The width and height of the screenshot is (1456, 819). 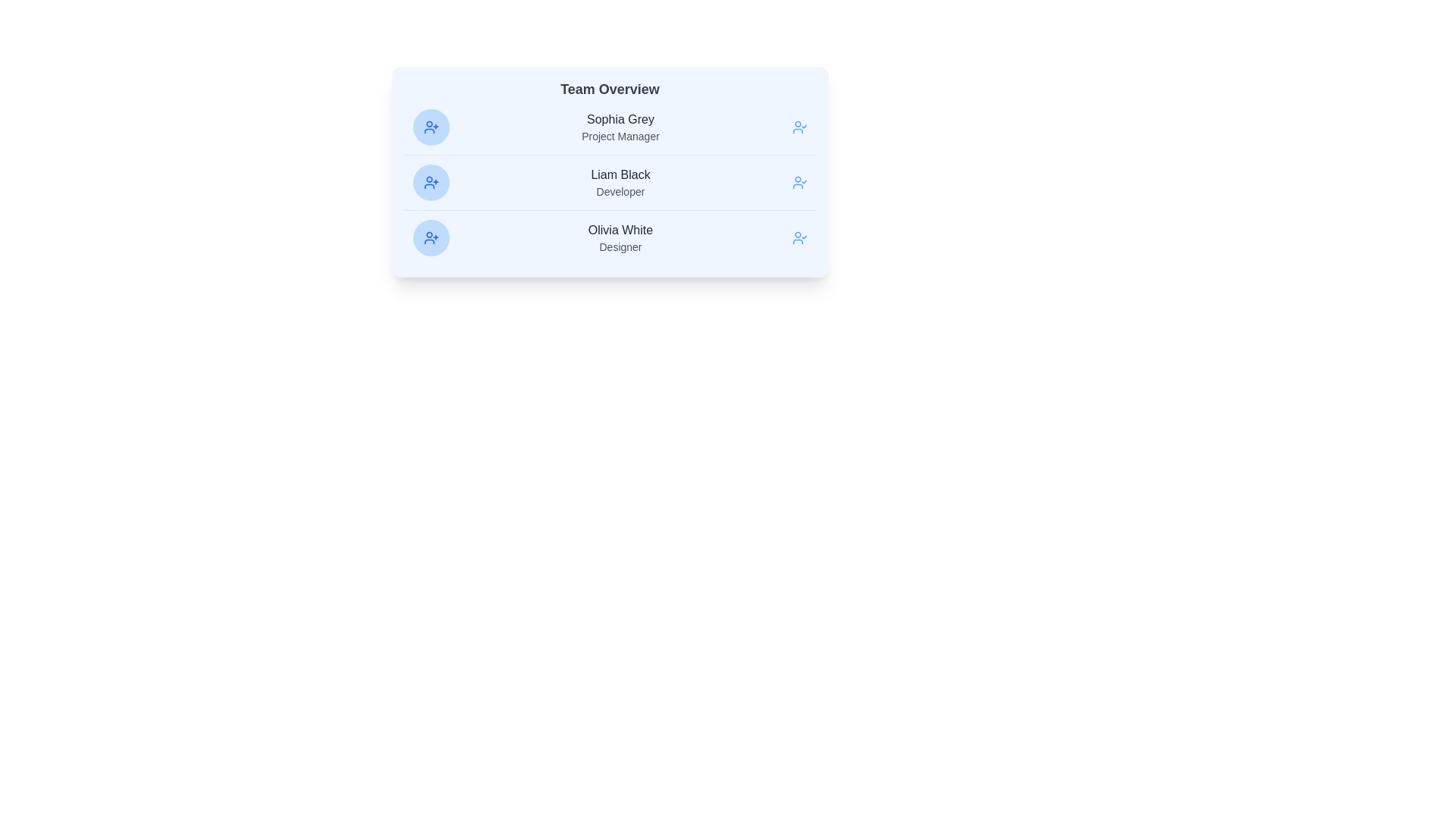 I want to click on the Text Label indicating the job title or role of the person named above it, positioned directly below 'Sophia Grey', so click(x=620, y=136).